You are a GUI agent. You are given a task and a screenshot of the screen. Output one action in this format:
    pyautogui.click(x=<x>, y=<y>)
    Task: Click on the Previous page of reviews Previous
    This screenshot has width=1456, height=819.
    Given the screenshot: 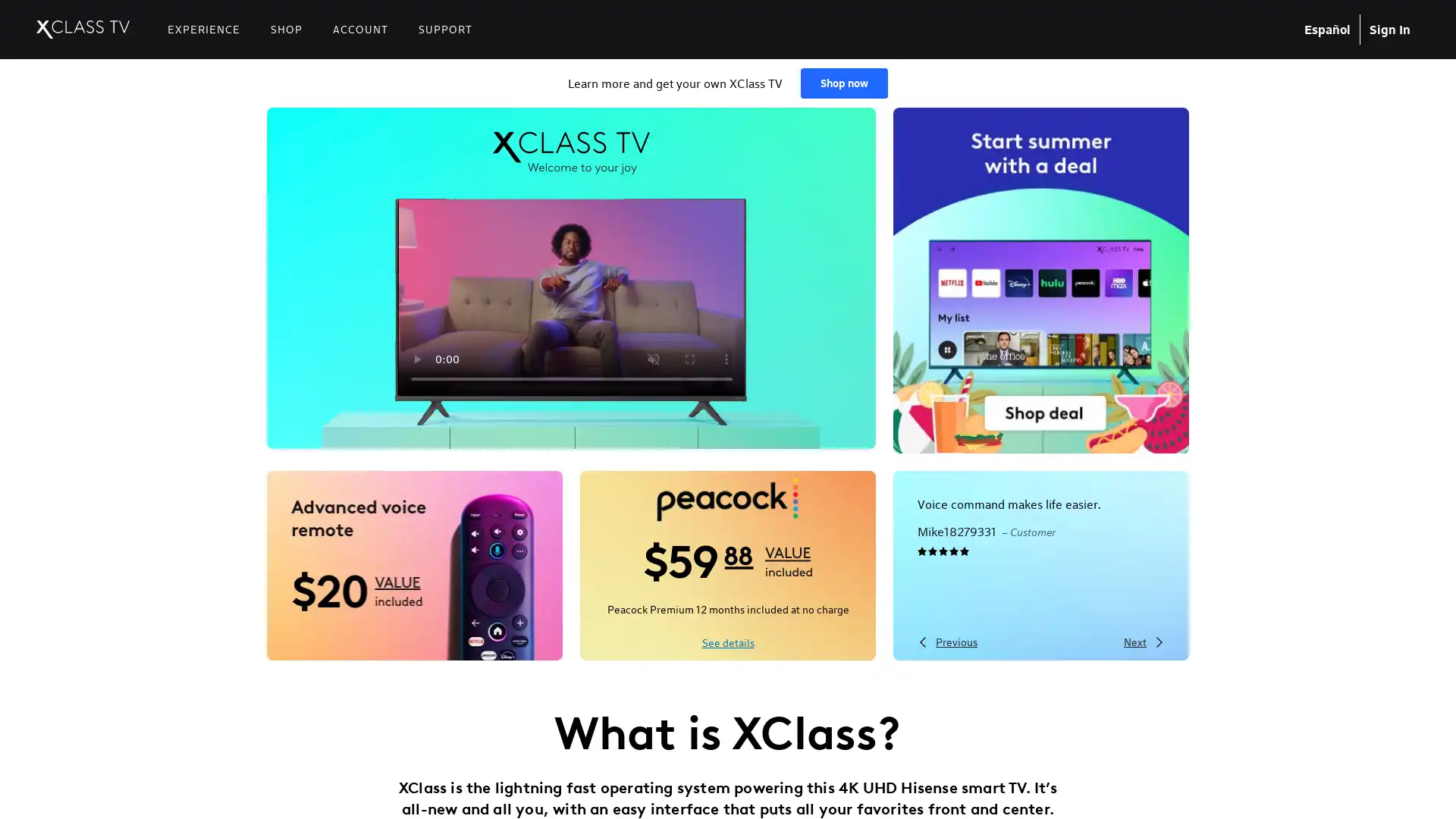 What is the action you would take?
    pyautogui.click(x=946, y=641)
    